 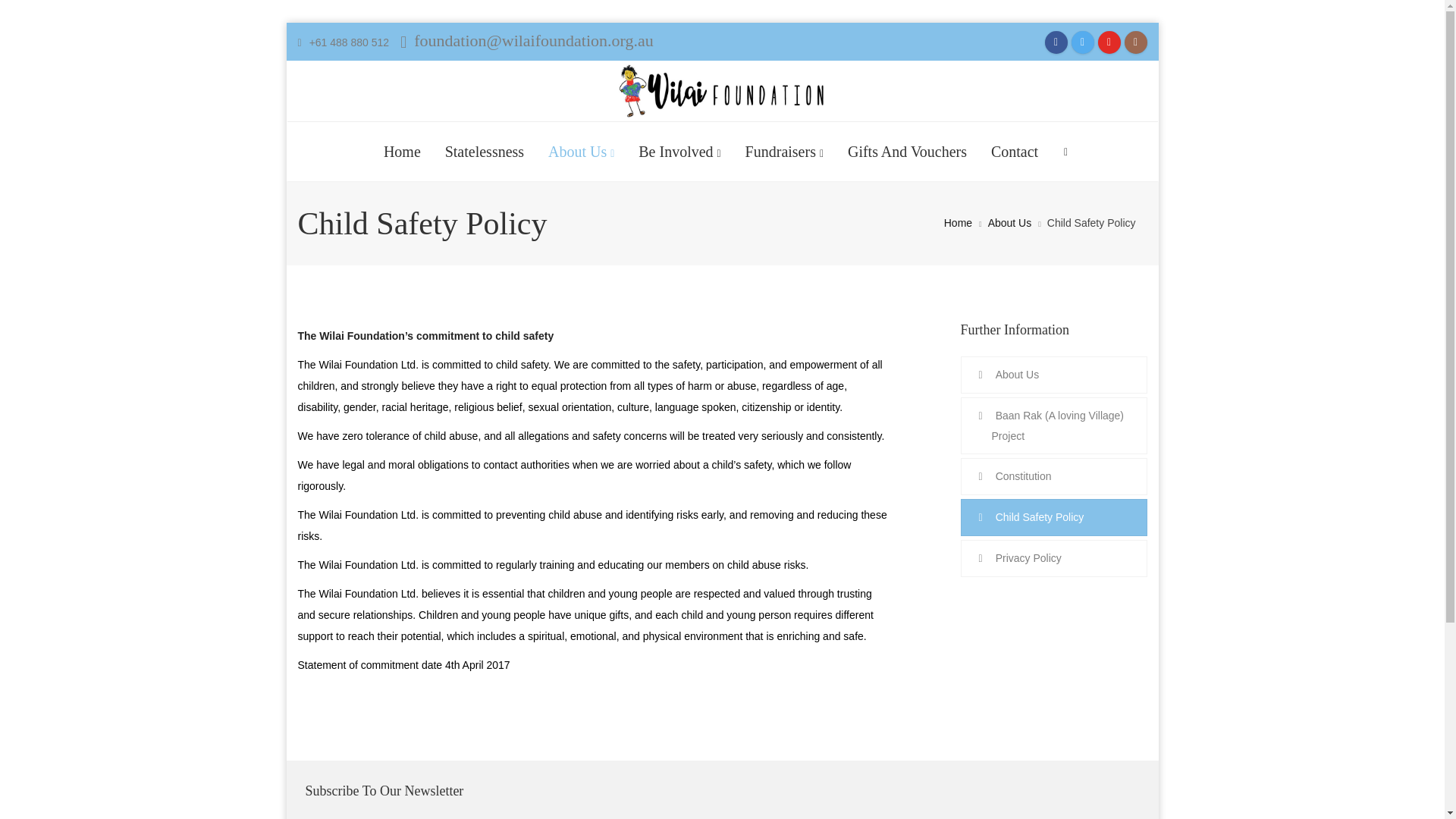 What do you see at coordinates (1015, 152) in the screenshot?
I see `'Contact'` at bounding box center [1015, 152].